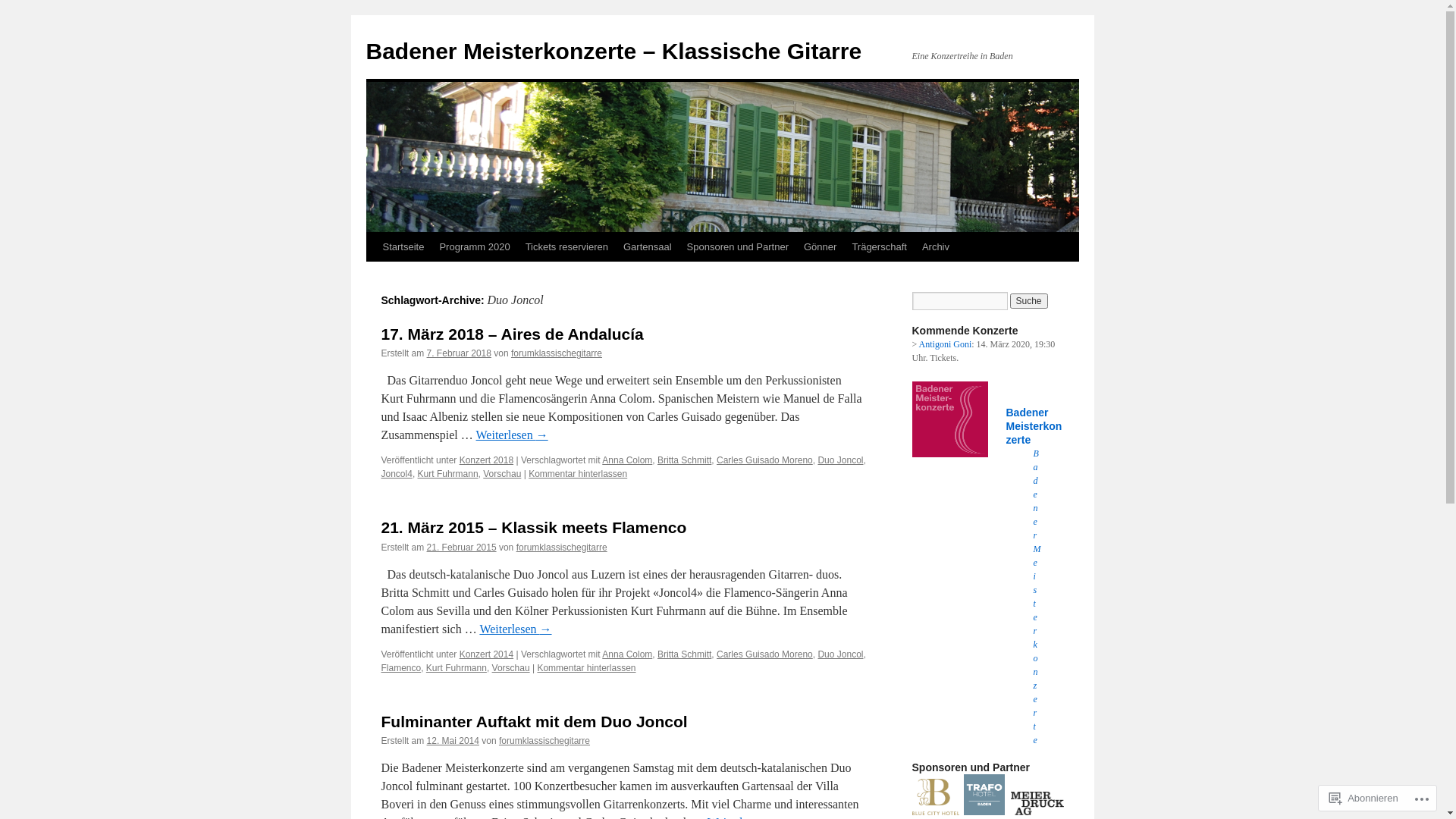 The image size is (1456, 819). I want to click on 'Startseite', so click(403, 246).